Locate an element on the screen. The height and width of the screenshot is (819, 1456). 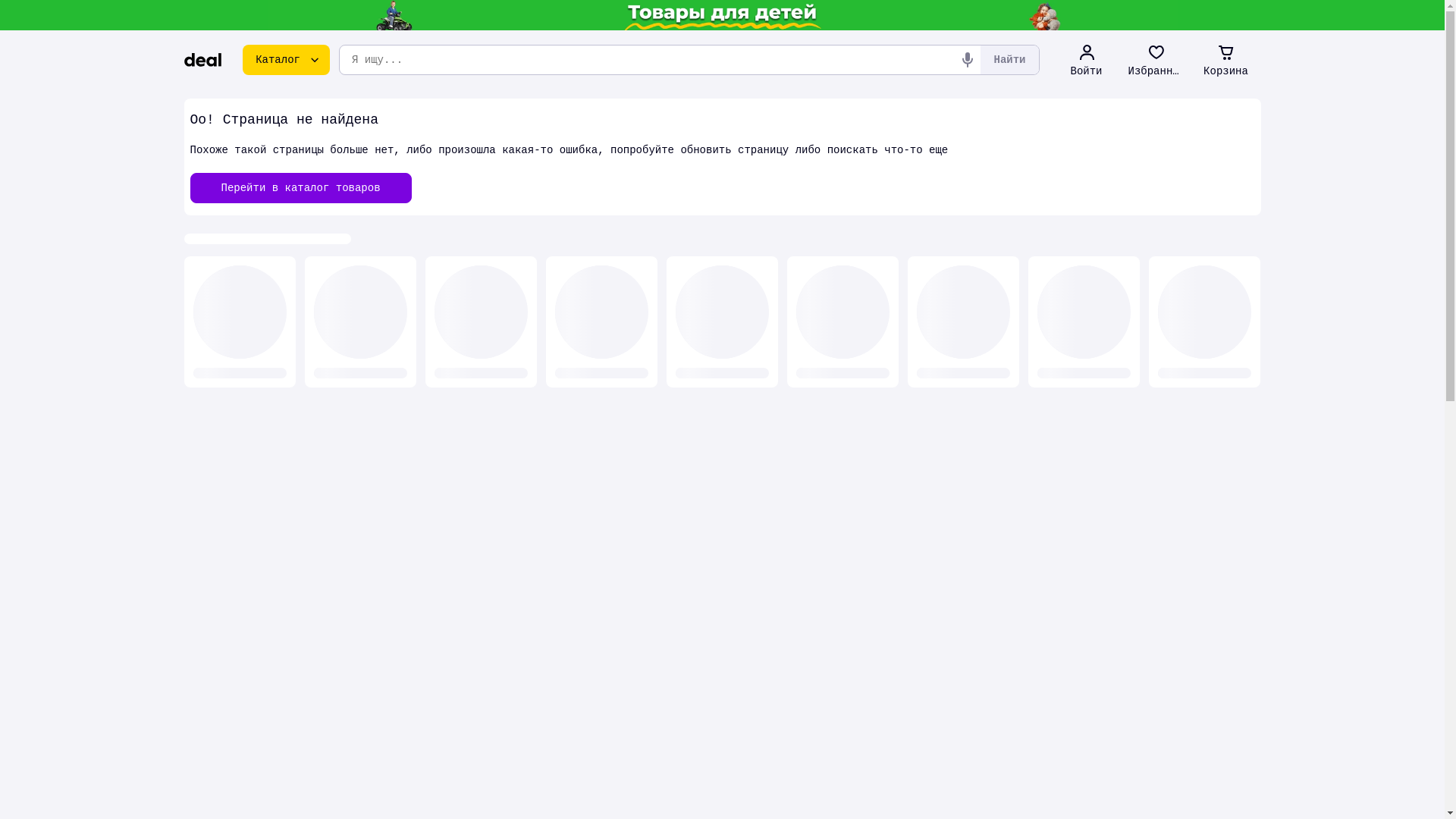
'deal.by' is located at coordinates (202, 58).